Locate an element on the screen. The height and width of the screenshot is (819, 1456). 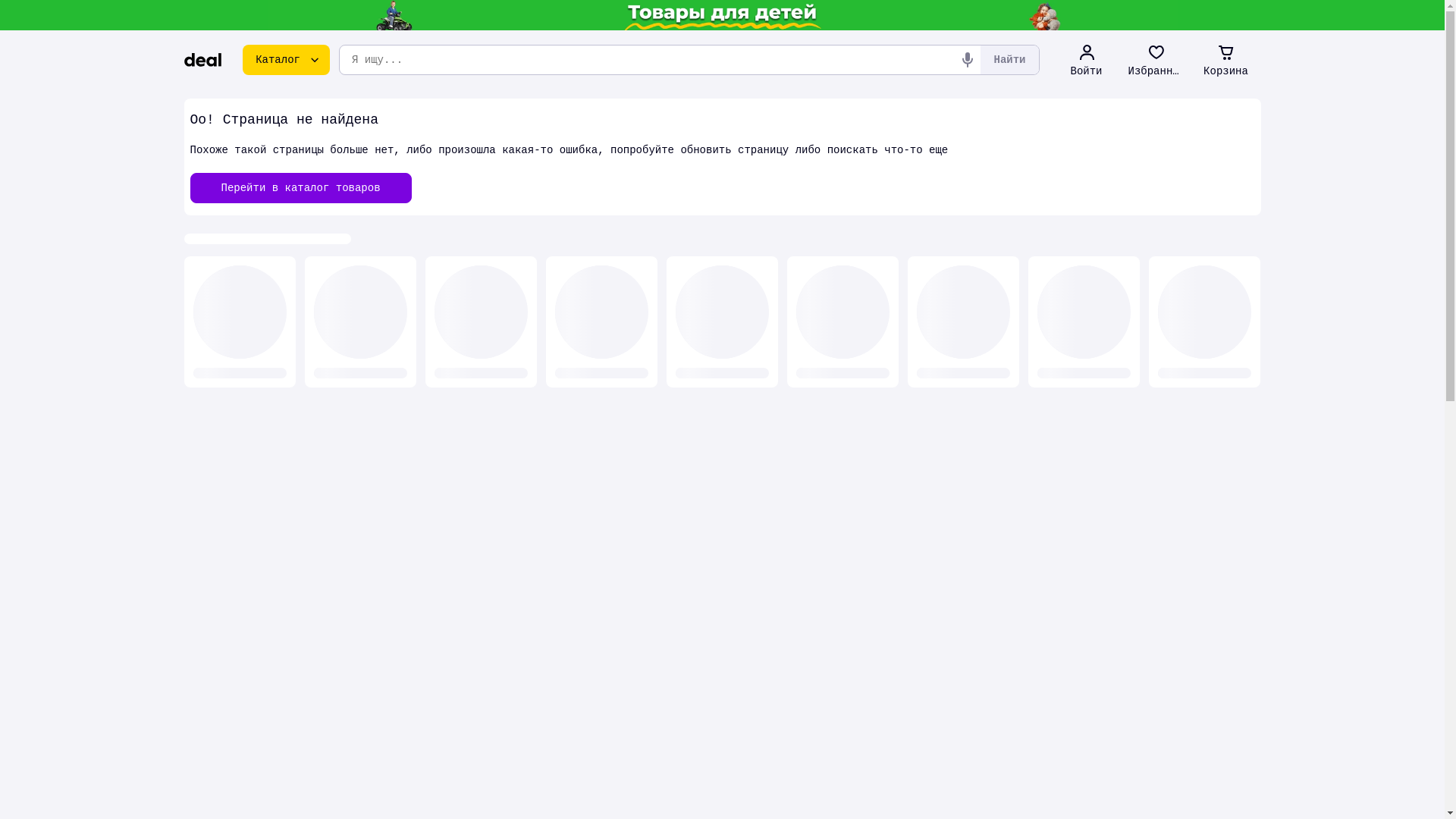
'deal.by' is located at coordinates (202, 58).